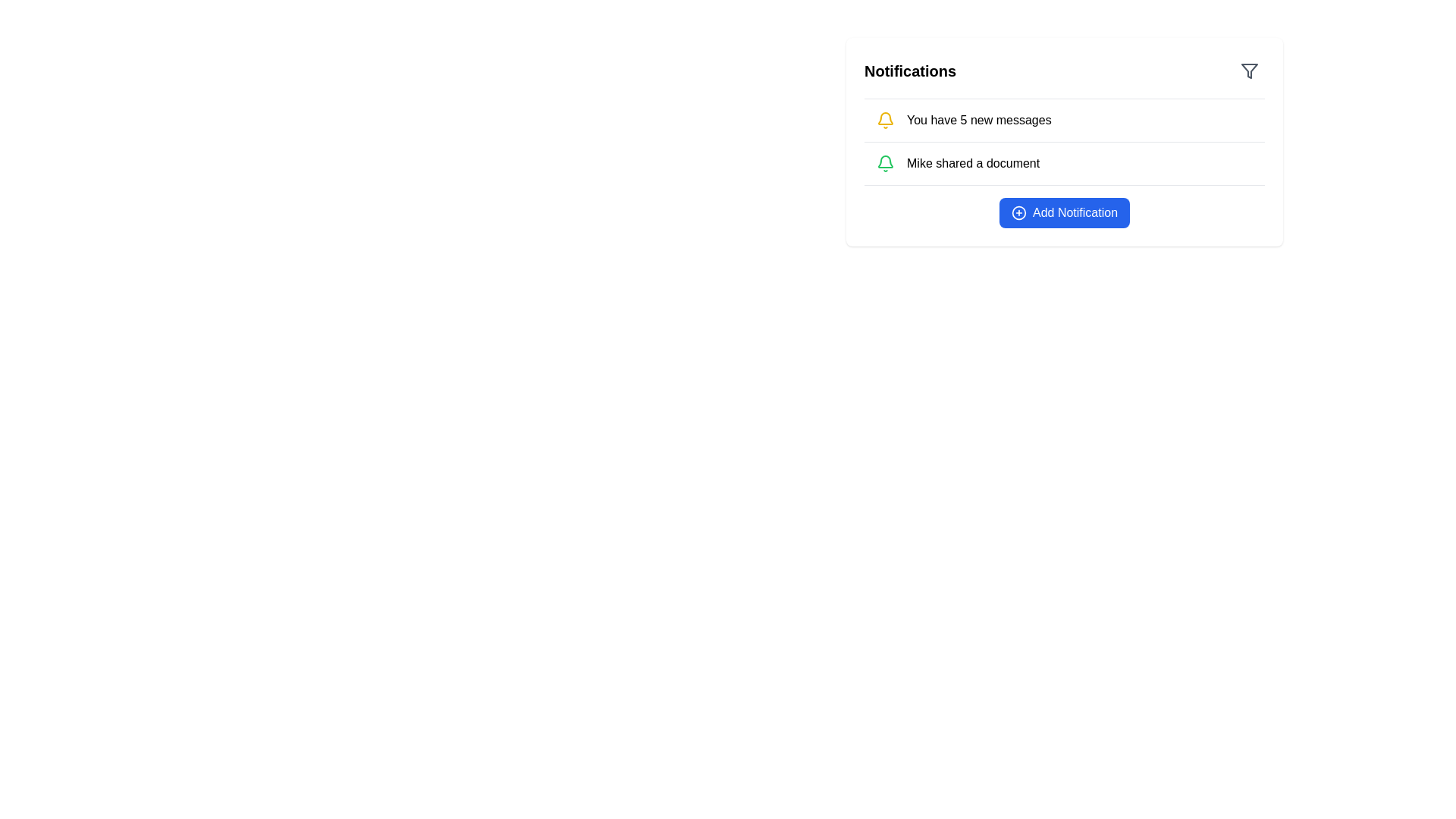 The image size is (1456, 819). What do you see at coordinates (1063, 213) in the screenshot?
I see `the blue button located at the bottom center of the card` at bounding box center [1063, 213].